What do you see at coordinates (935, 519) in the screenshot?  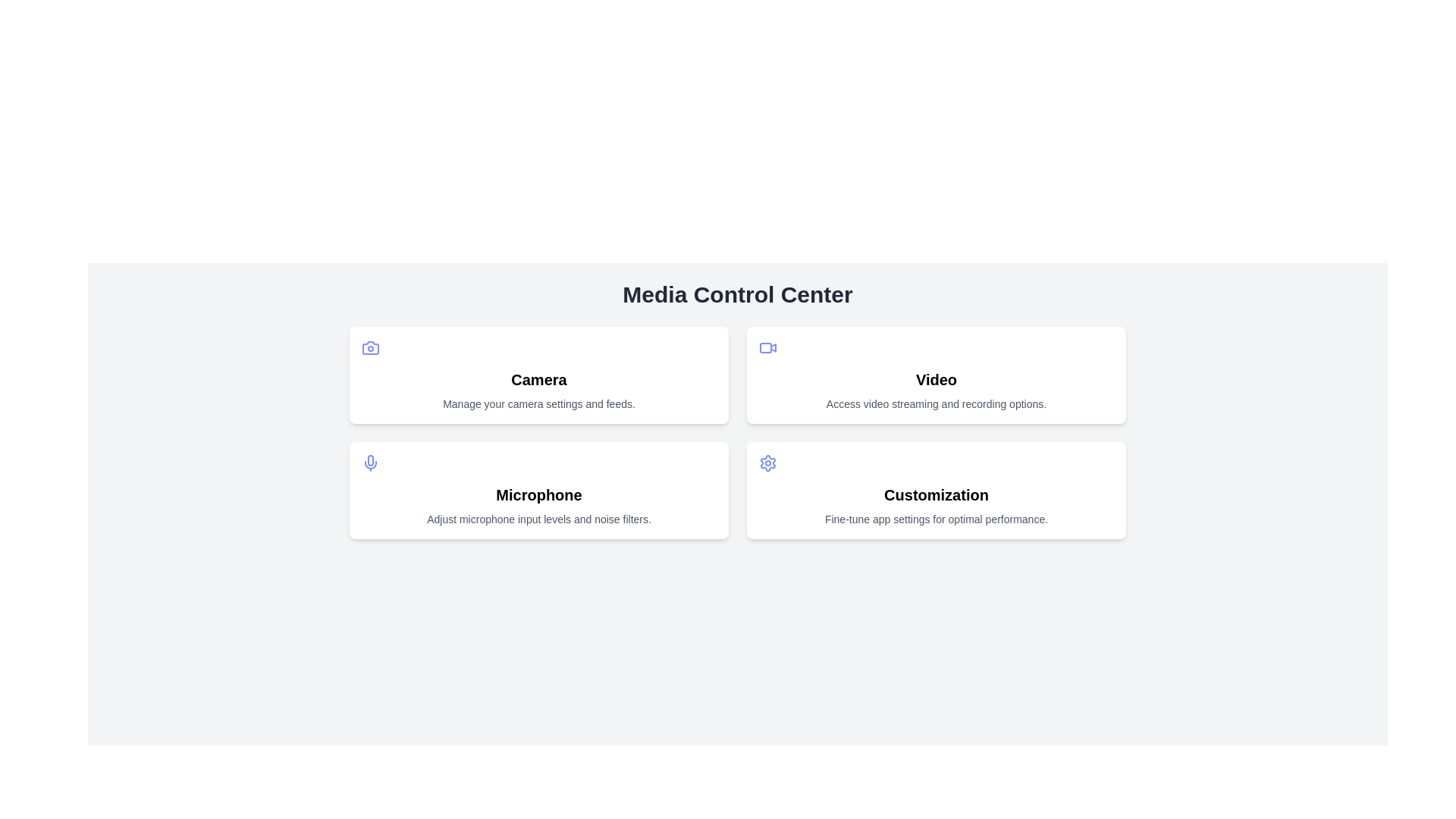 I see `the text label displaying 'Fine-tune app settings for optimal performance.' located beneath the 'Customization' heading in the card layout` at bounding box center [935, 519].